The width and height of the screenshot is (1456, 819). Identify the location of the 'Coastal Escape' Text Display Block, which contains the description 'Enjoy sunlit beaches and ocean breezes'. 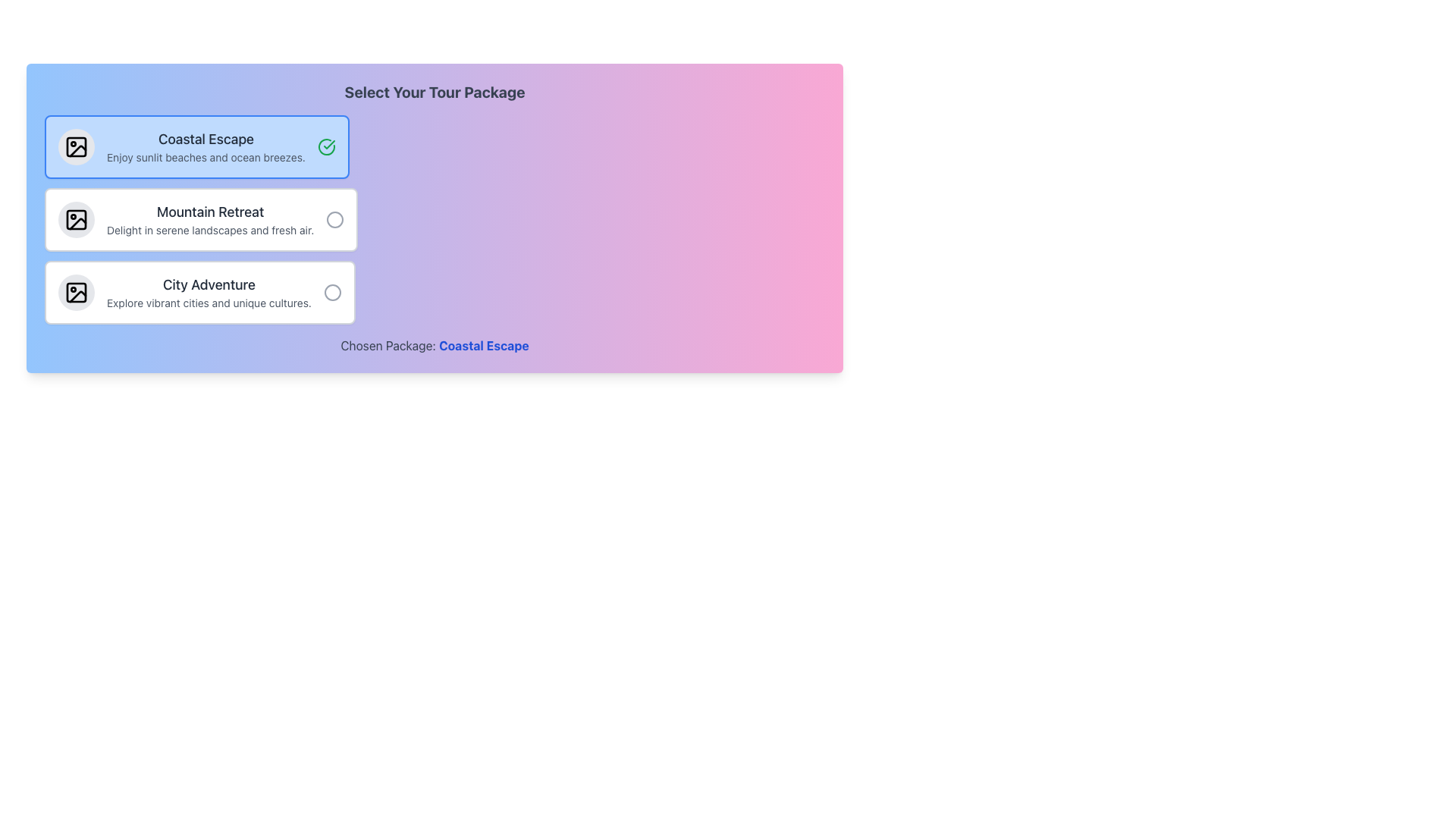
(205, 146).